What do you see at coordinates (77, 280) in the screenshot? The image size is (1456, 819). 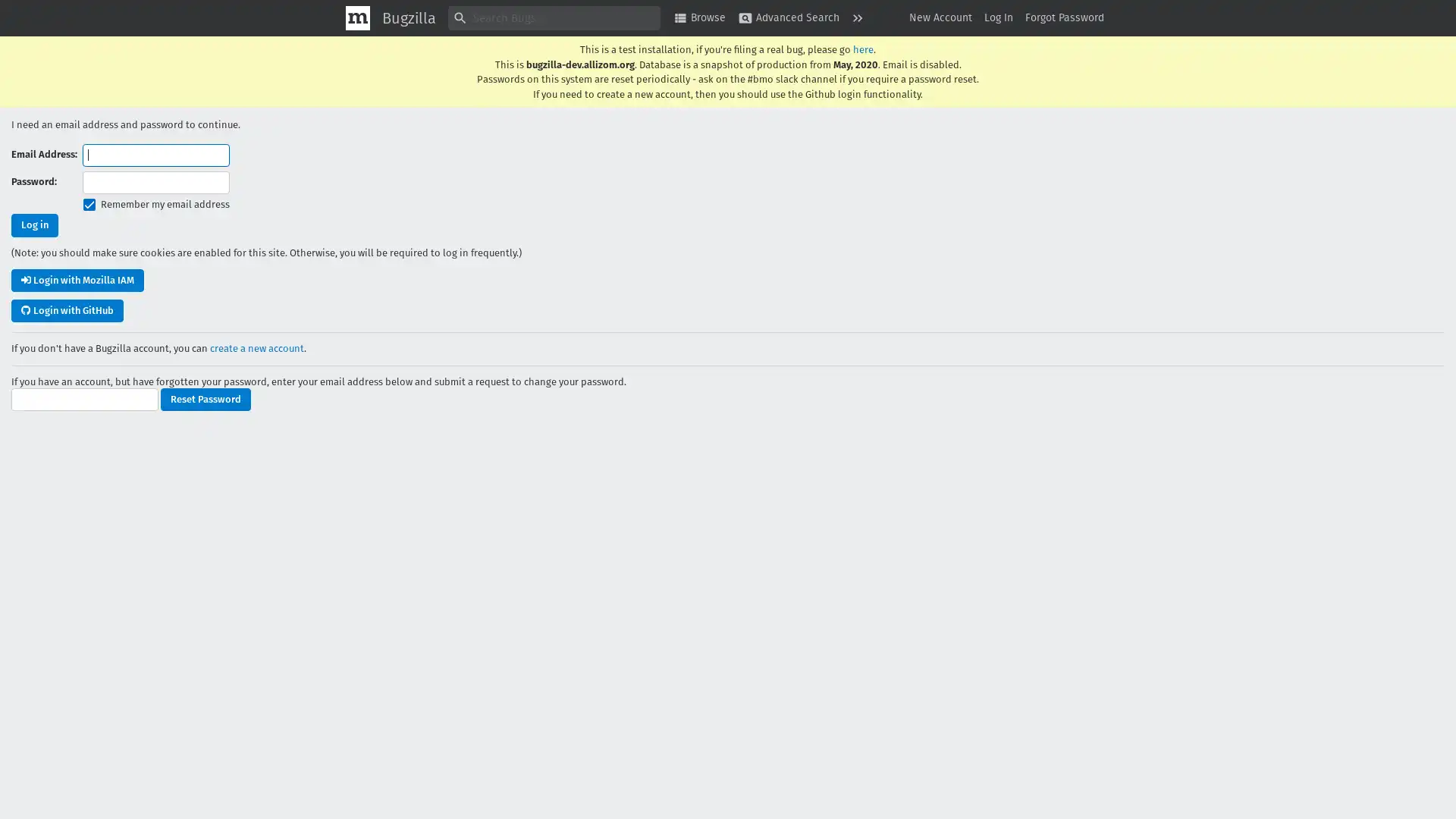 I see `Login with Mozilla IAM` at bounding box center [77, 280].